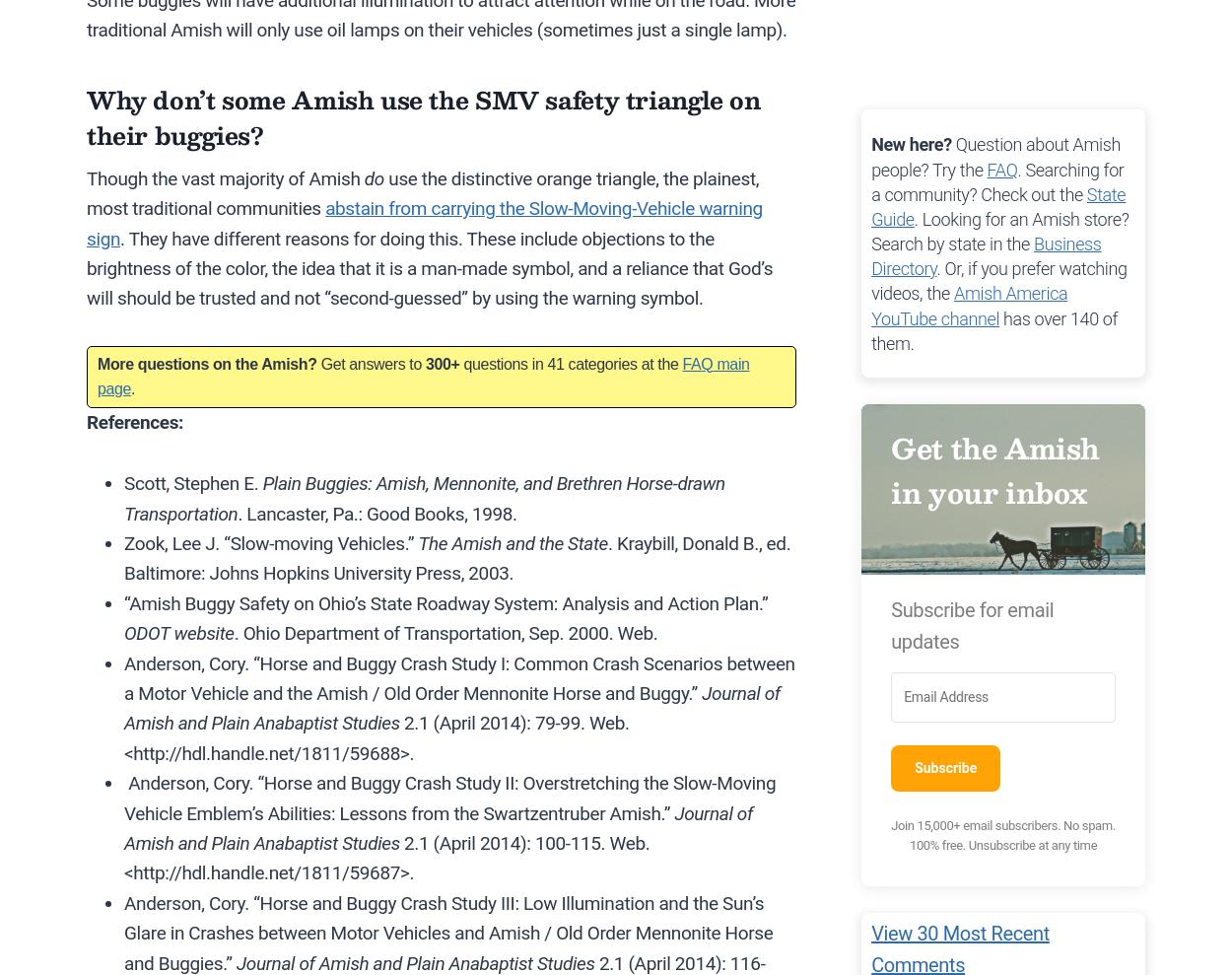  I want to click on 'questions in 41 categories at the', so click(570, 362).